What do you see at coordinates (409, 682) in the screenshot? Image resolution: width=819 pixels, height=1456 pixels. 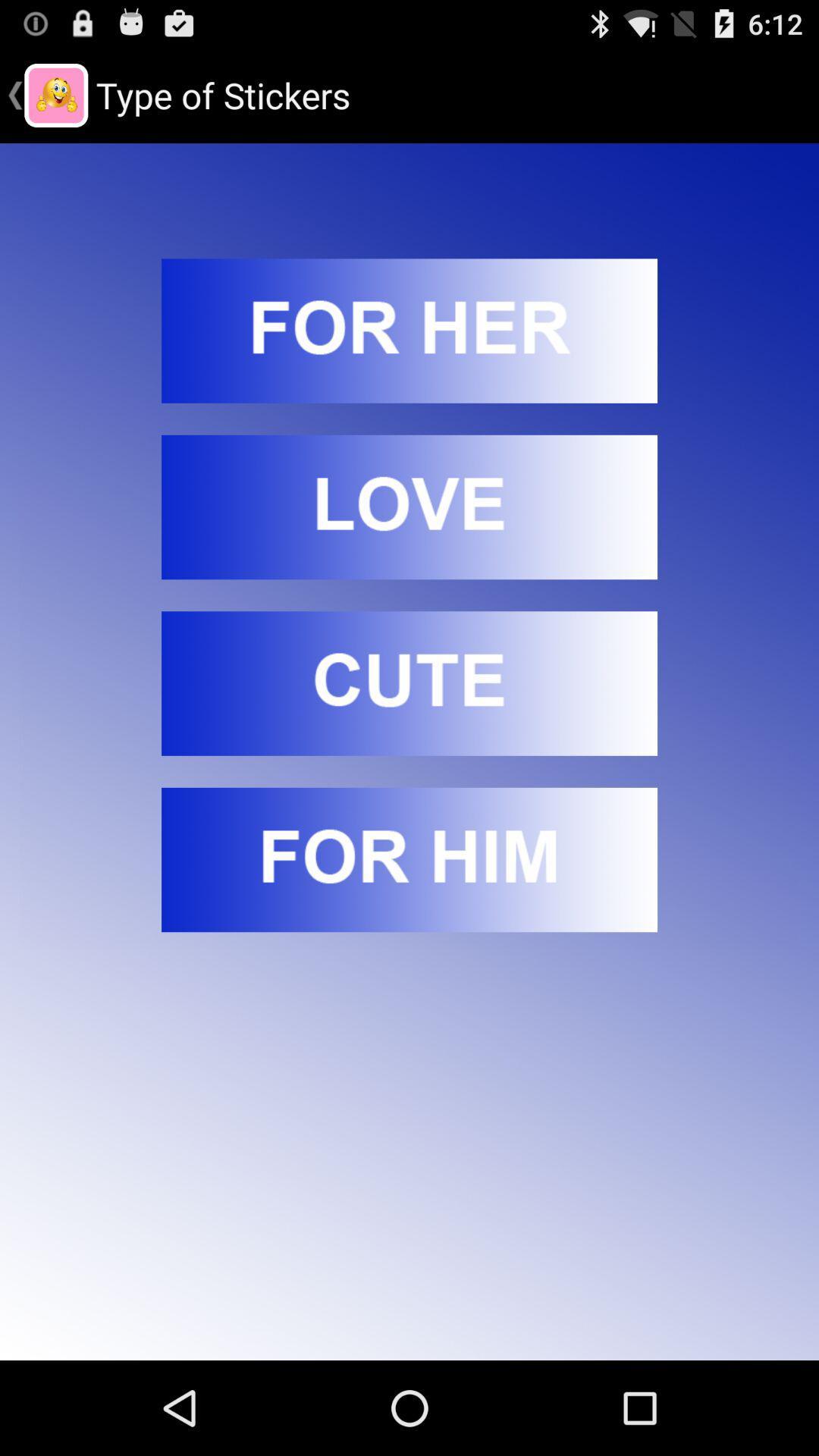 I see `open` at bounding box center [409, 682].